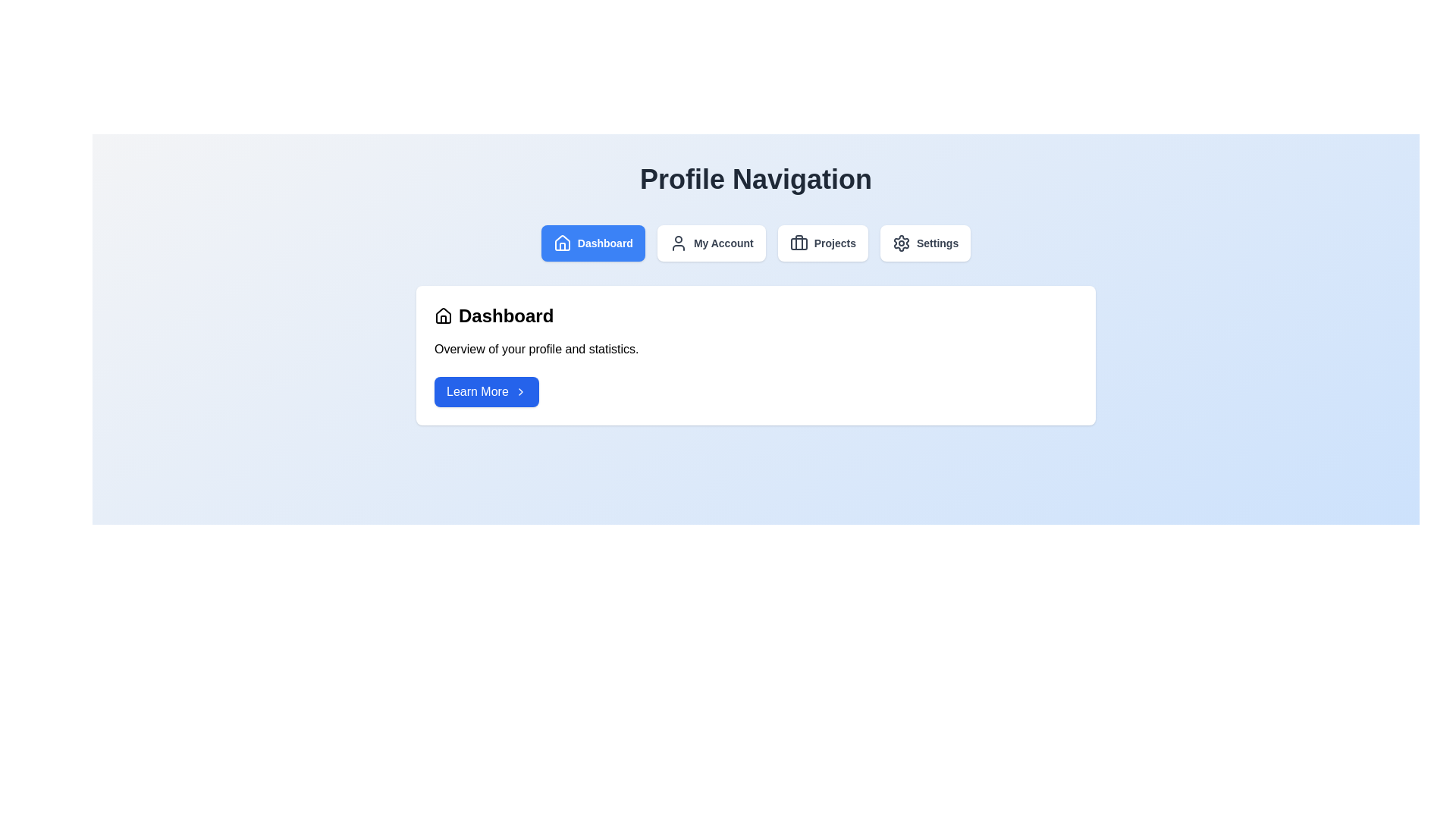 The height and width of the screenshot is (819, 1456). I want to click on the gear-like settings icon located in the navigation bar under the 'Settings' button, so click(902, 242).